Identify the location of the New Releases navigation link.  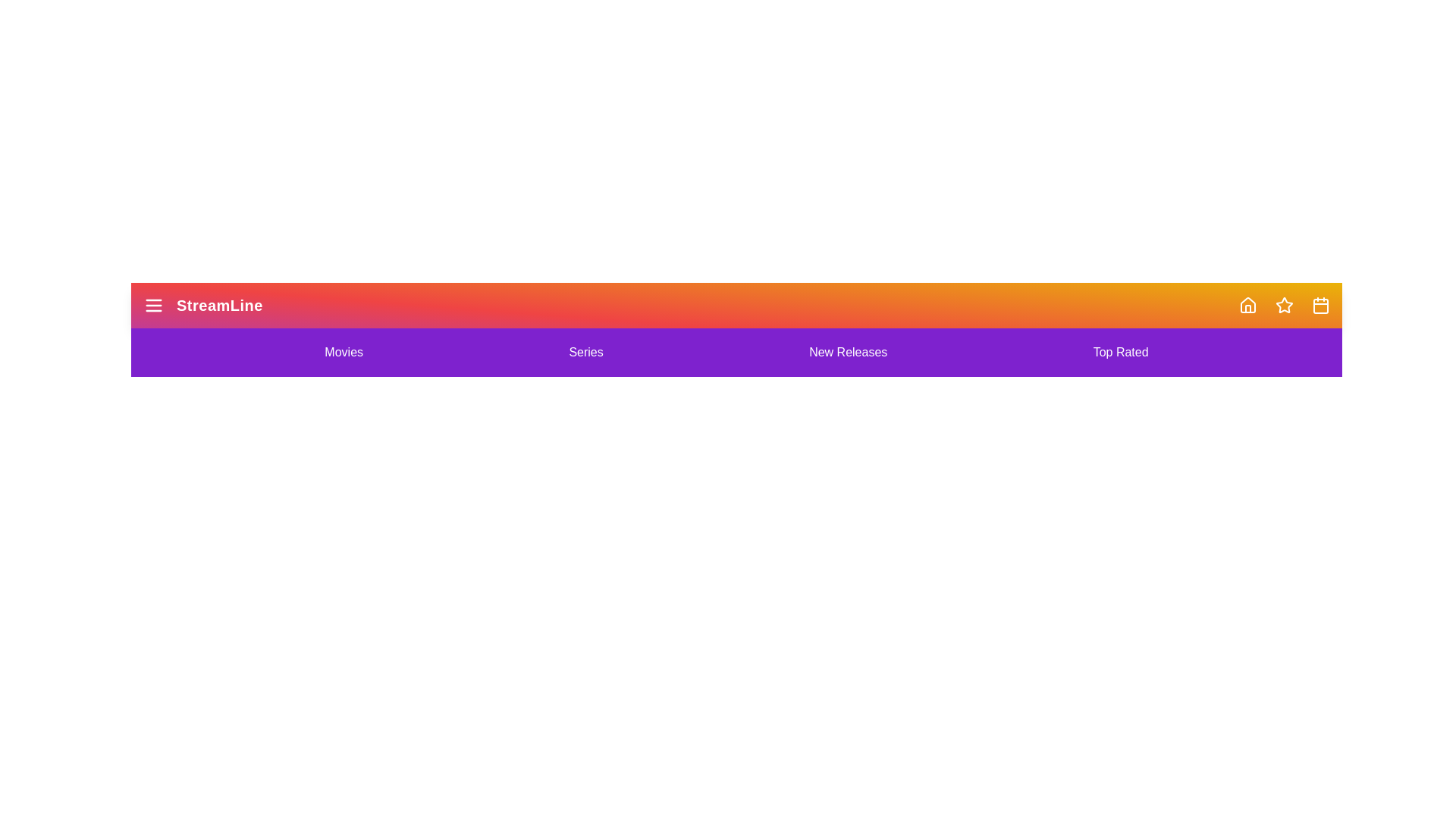
(847, 353).